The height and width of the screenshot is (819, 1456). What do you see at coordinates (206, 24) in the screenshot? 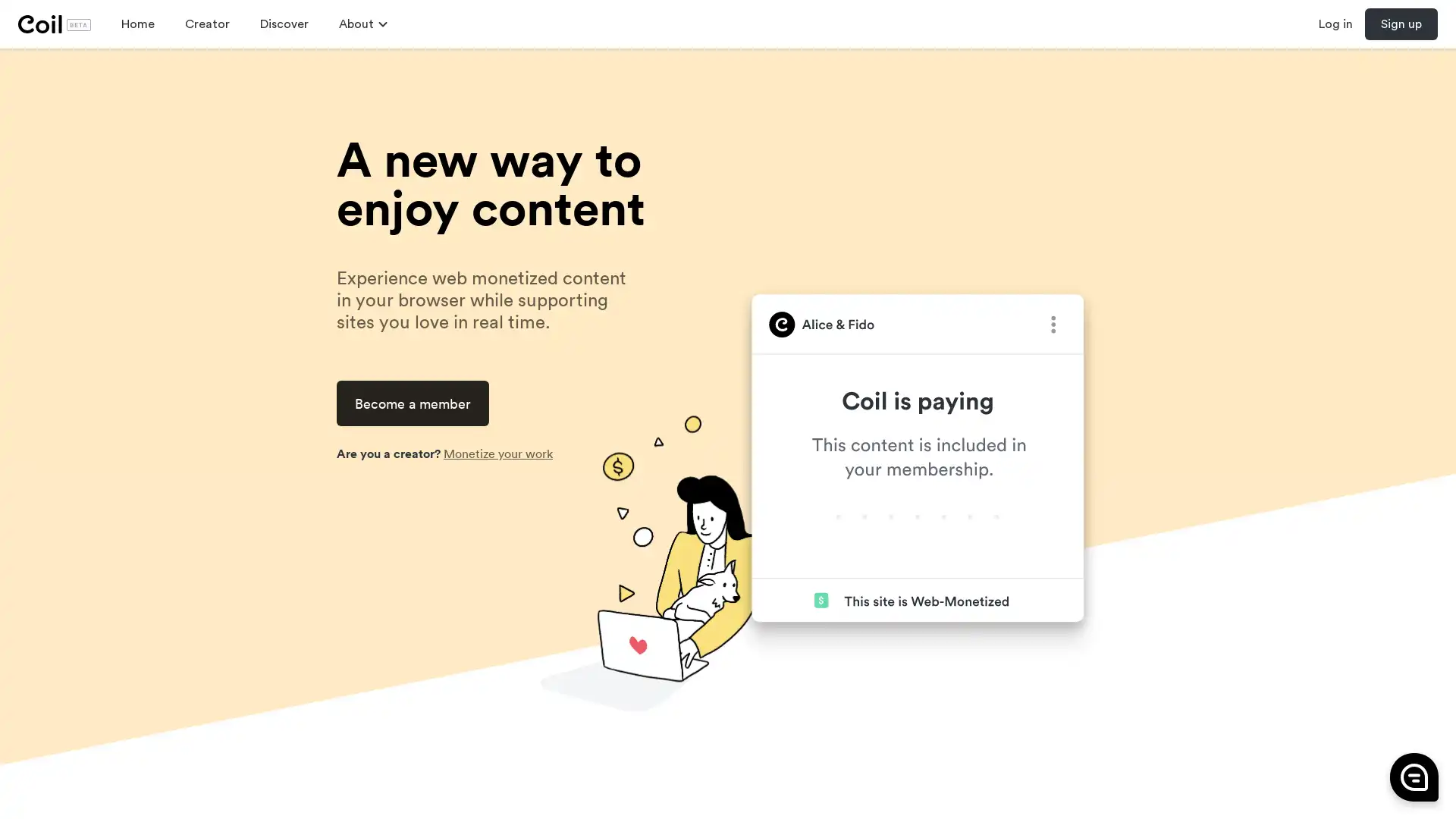
I see `Creator` at bounding box center [206, 24].